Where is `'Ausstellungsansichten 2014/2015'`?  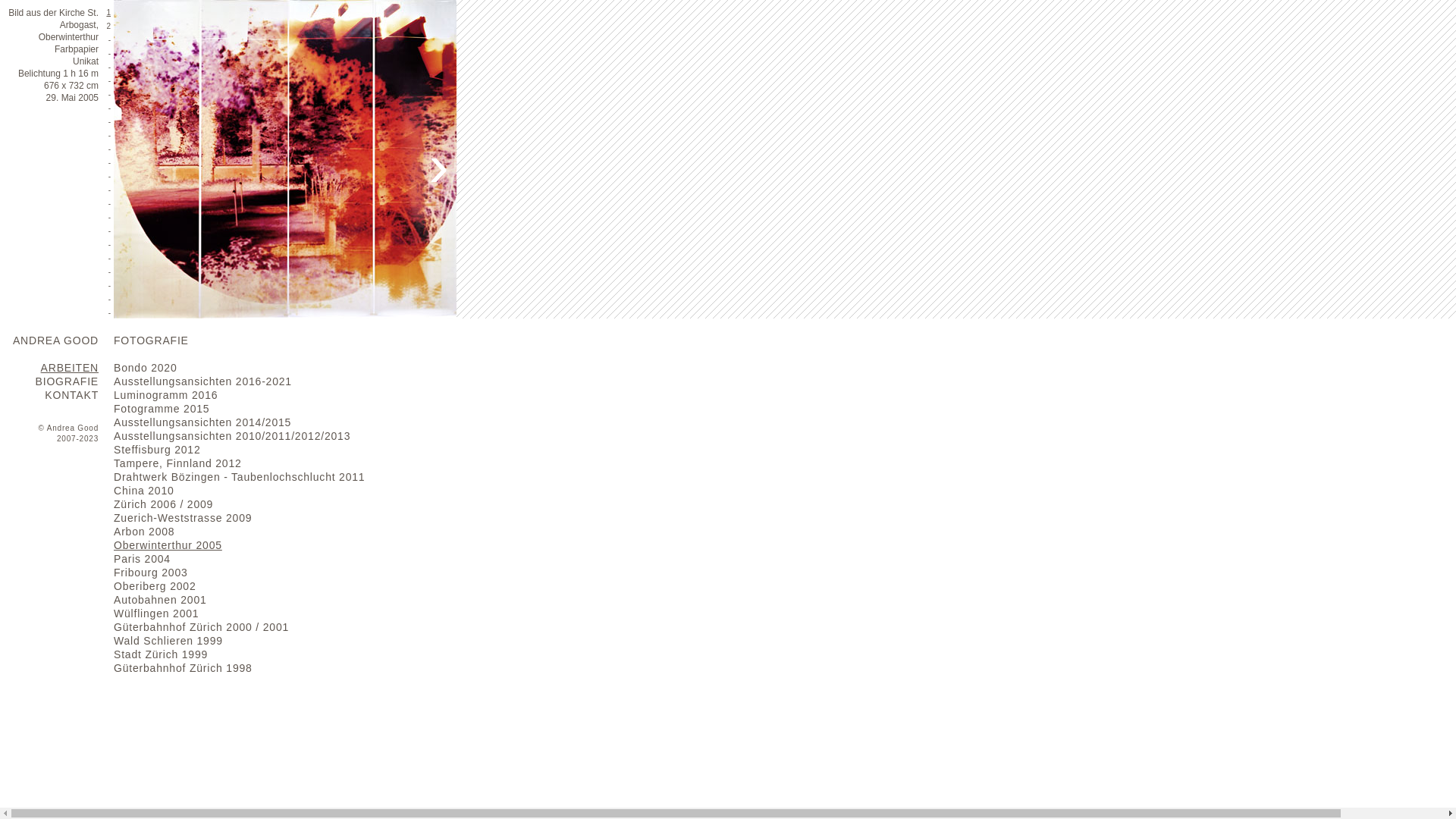
'Ausstellungsansichten 2014/2015' is located at coordinates (202, 422).